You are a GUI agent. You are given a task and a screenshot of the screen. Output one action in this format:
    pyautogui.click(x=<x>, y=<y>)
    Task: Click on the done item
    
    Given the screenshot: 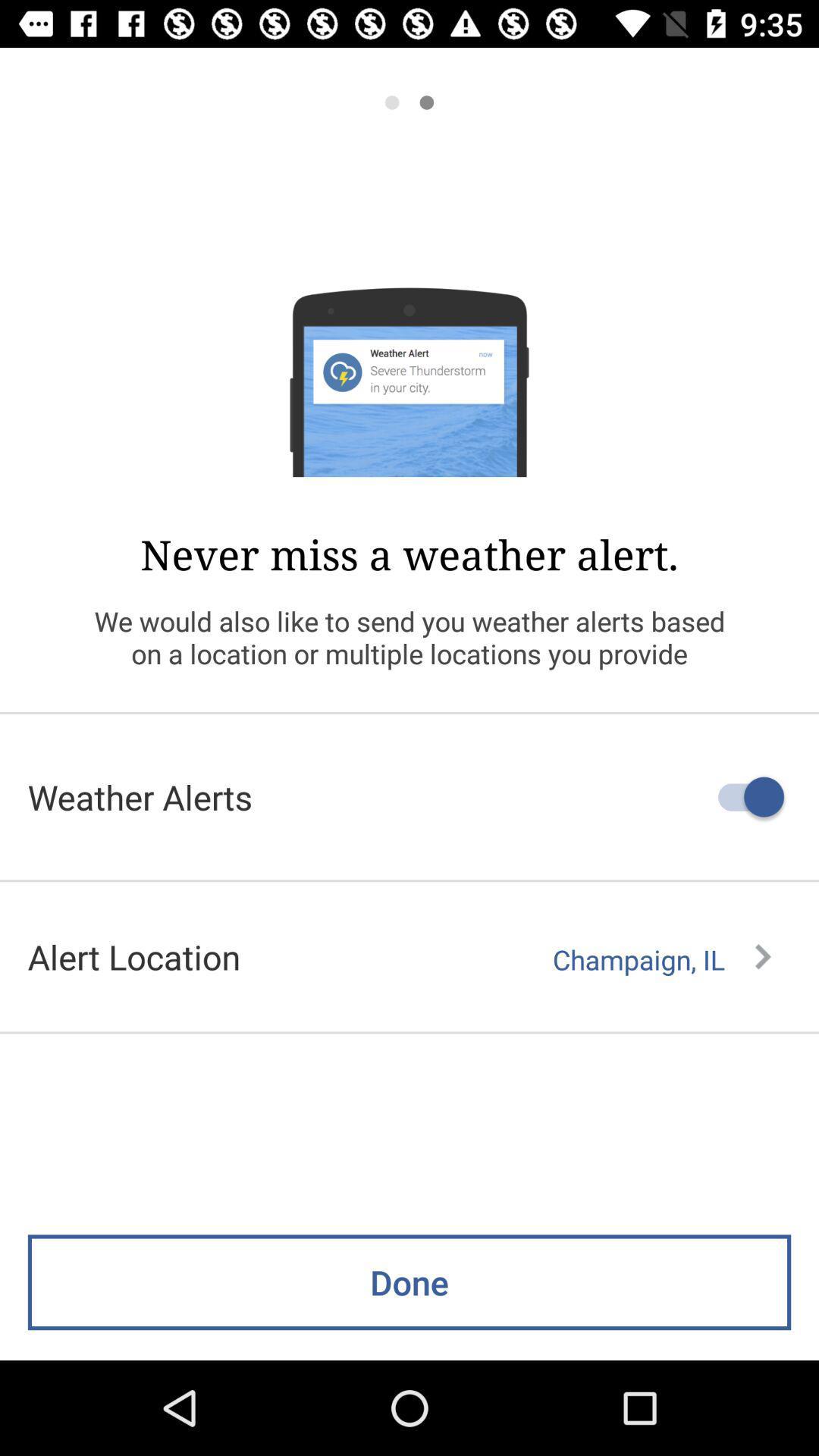 What is the action you would take?
    pyautogui.click(x=409, y=1282)
    